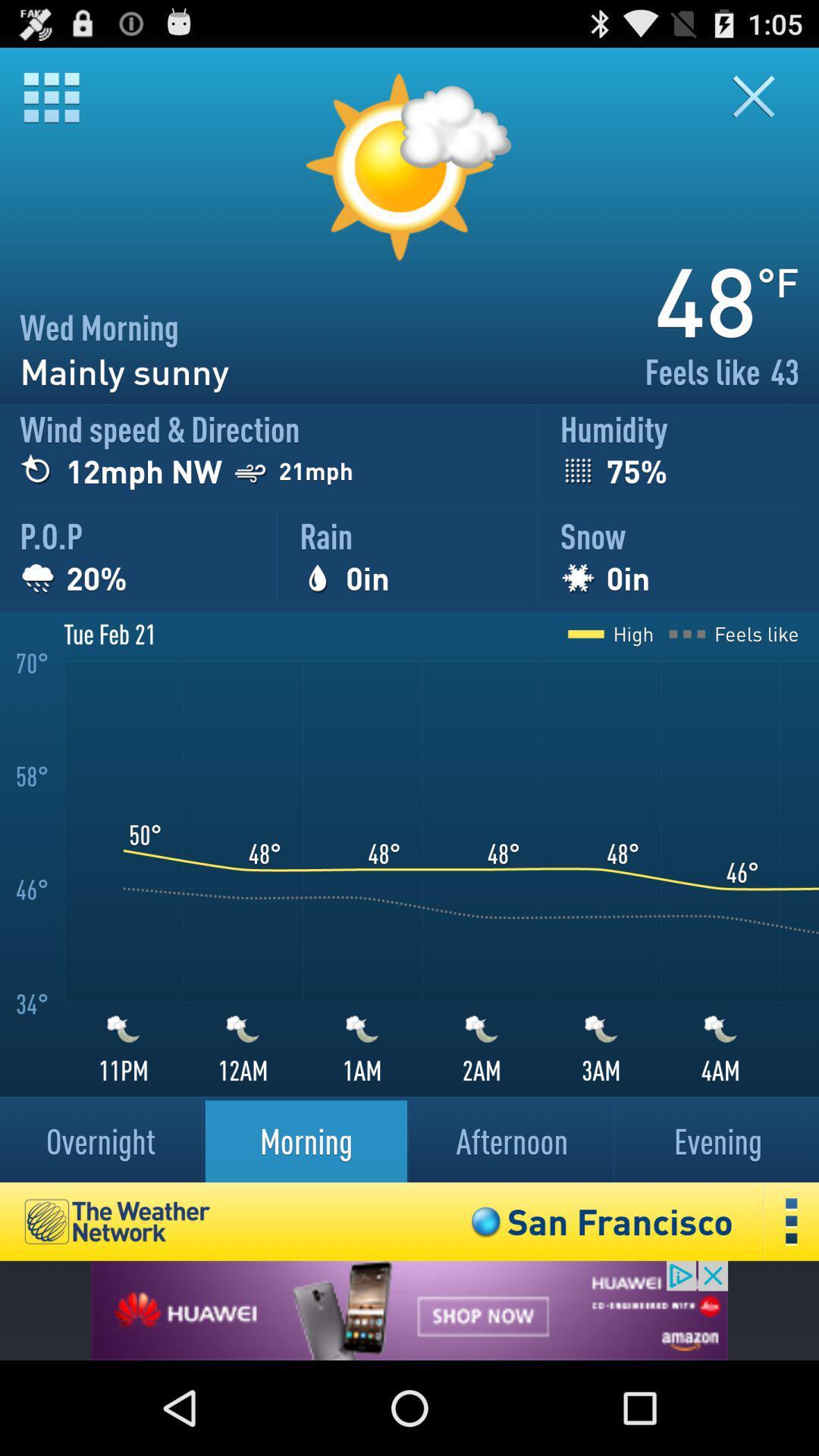 This screenshot has height=1456, width=819. I want to click on button, so click(763, 96).